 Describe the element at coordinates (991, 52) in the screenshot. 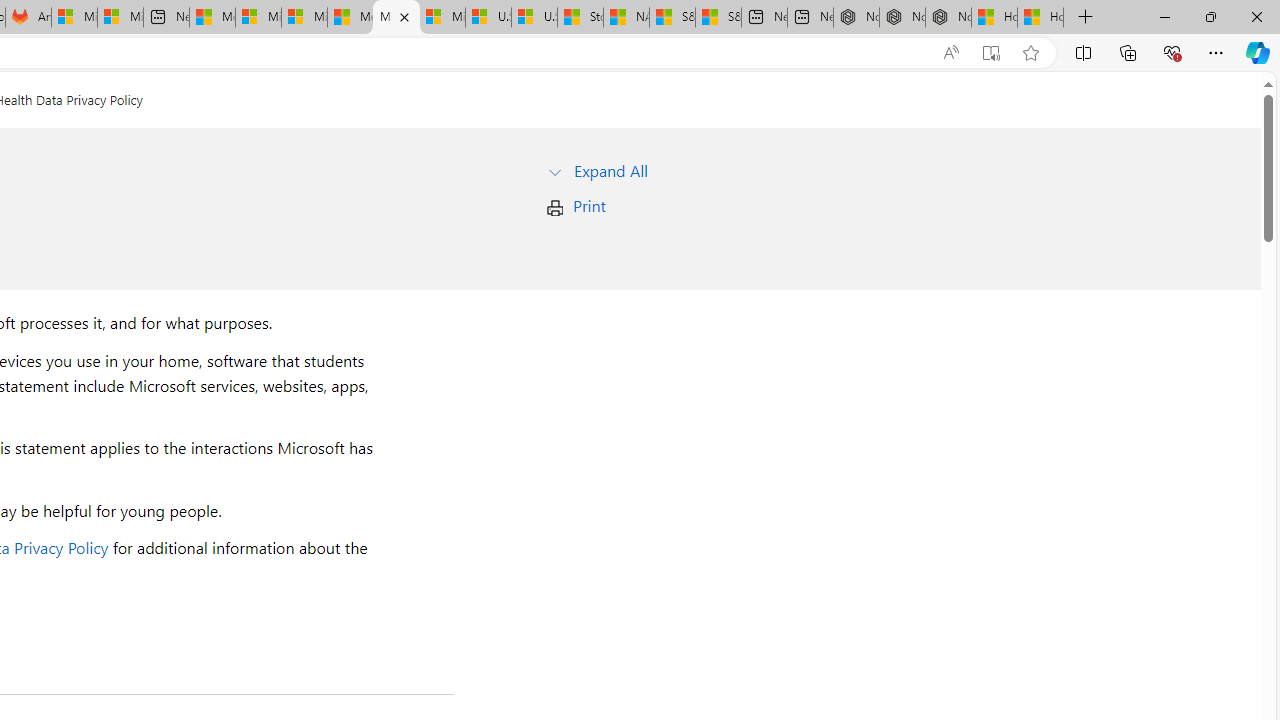

I see `'Enter Immersive Reader (F9)'` at that location.